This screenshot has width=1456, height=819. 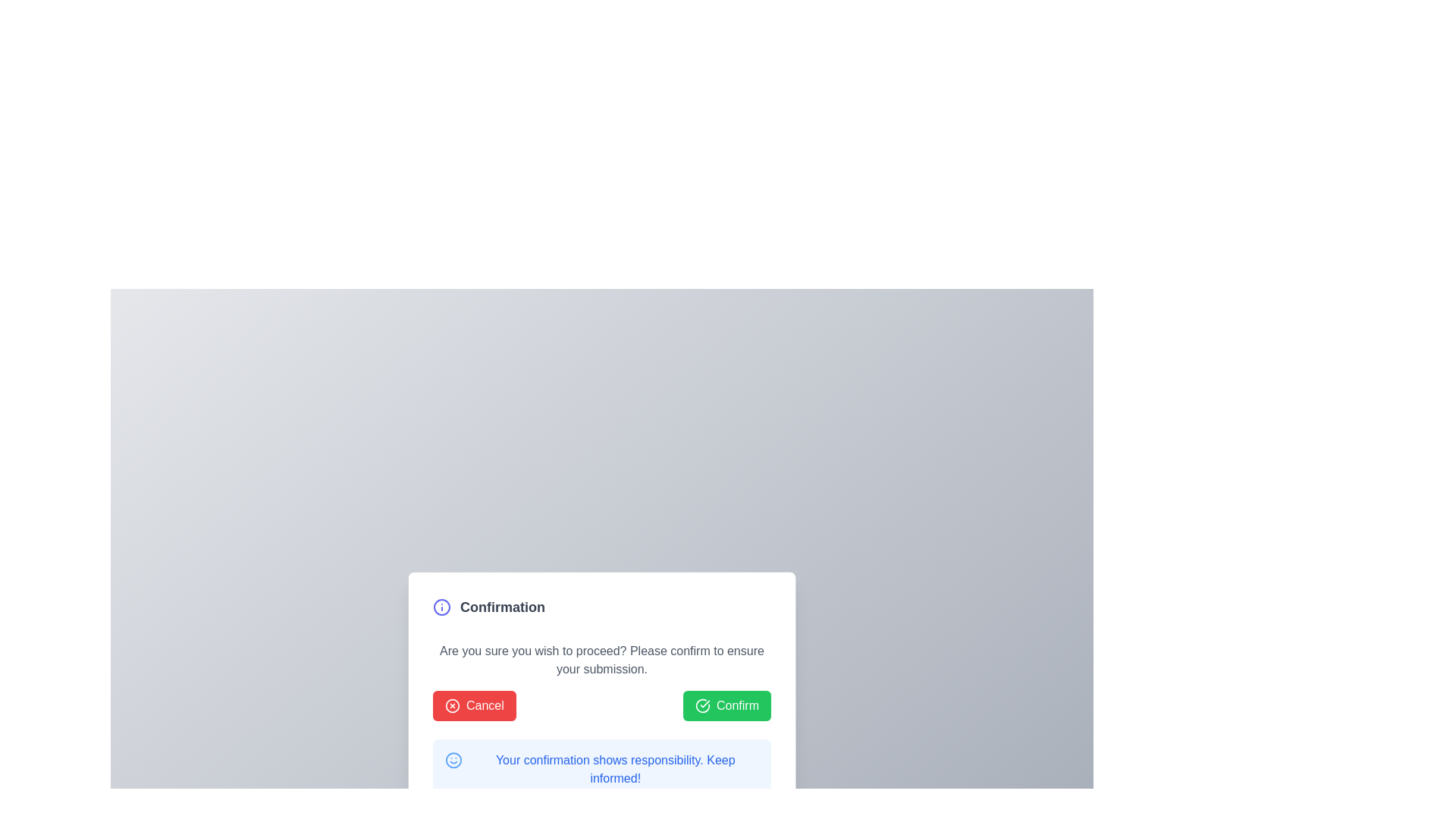 I want to click on the decorative icon positioned to the left of the text 'Your confirmation shows responsibility. Keep informed!', so click(x=453, y=760).